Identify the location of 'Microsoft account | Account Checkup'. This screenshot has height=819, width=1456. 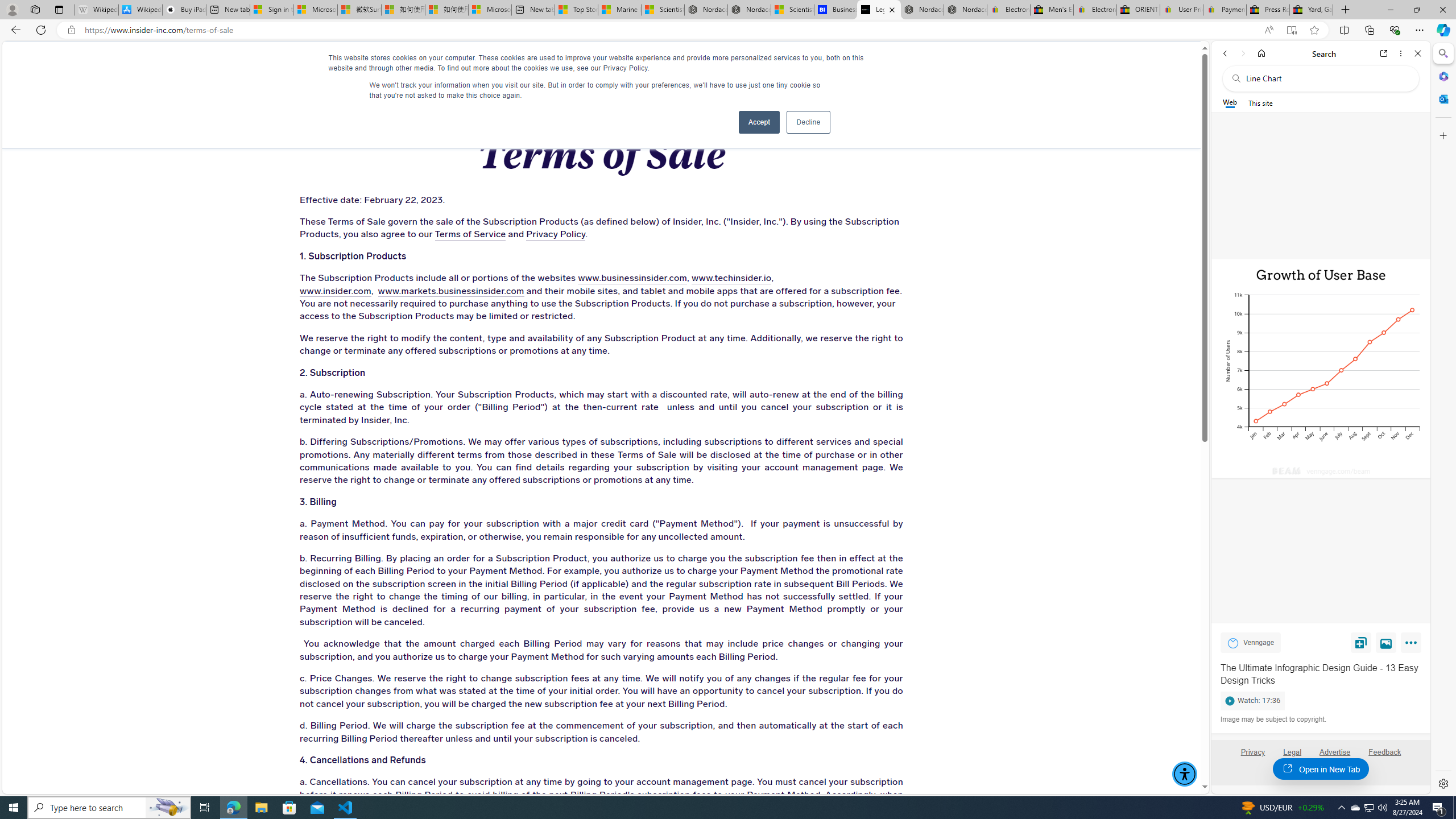
(489, 9).